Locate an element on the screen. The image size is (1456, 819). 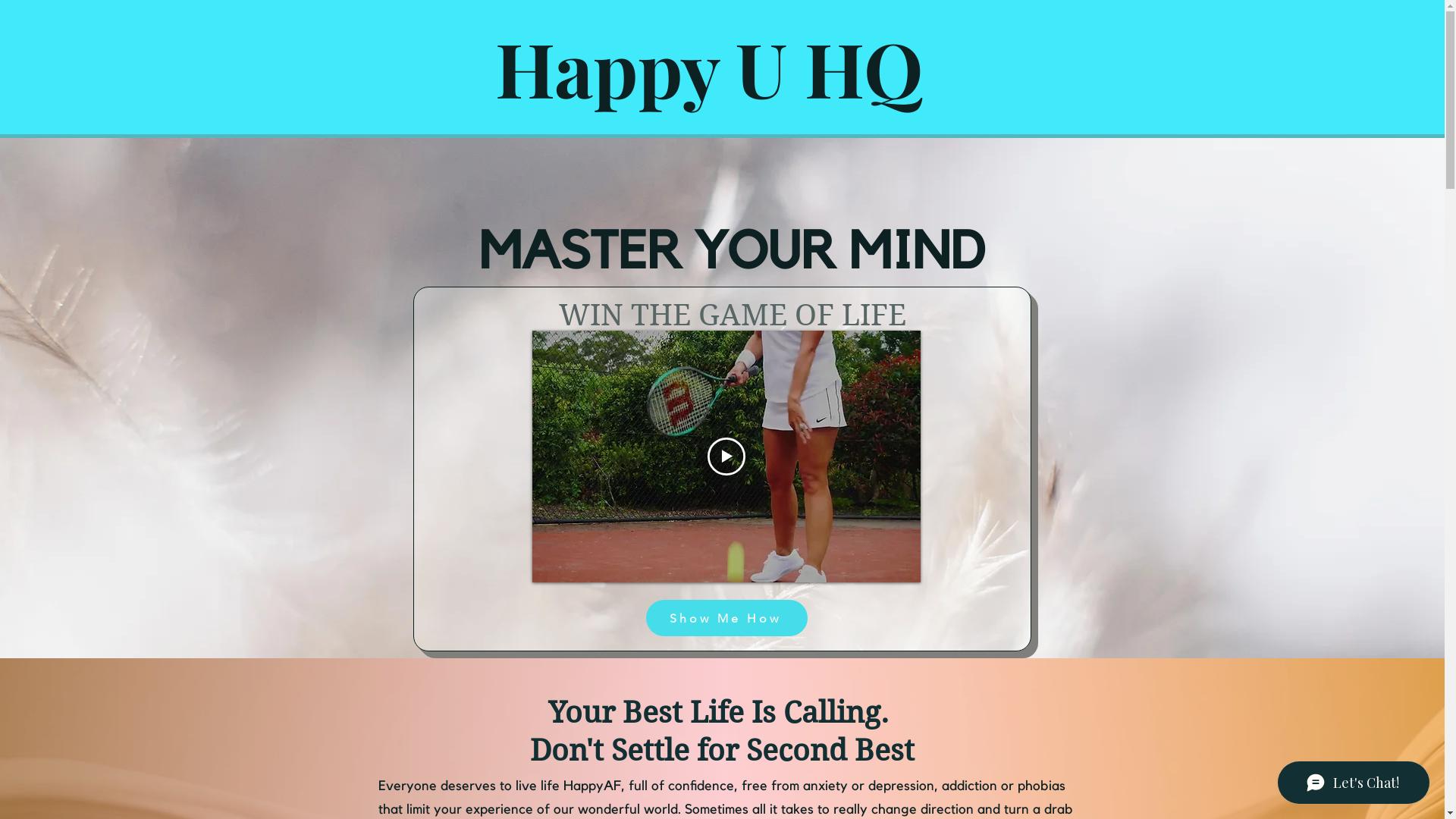
'Show Me How' is located at coordinates (726, 617).